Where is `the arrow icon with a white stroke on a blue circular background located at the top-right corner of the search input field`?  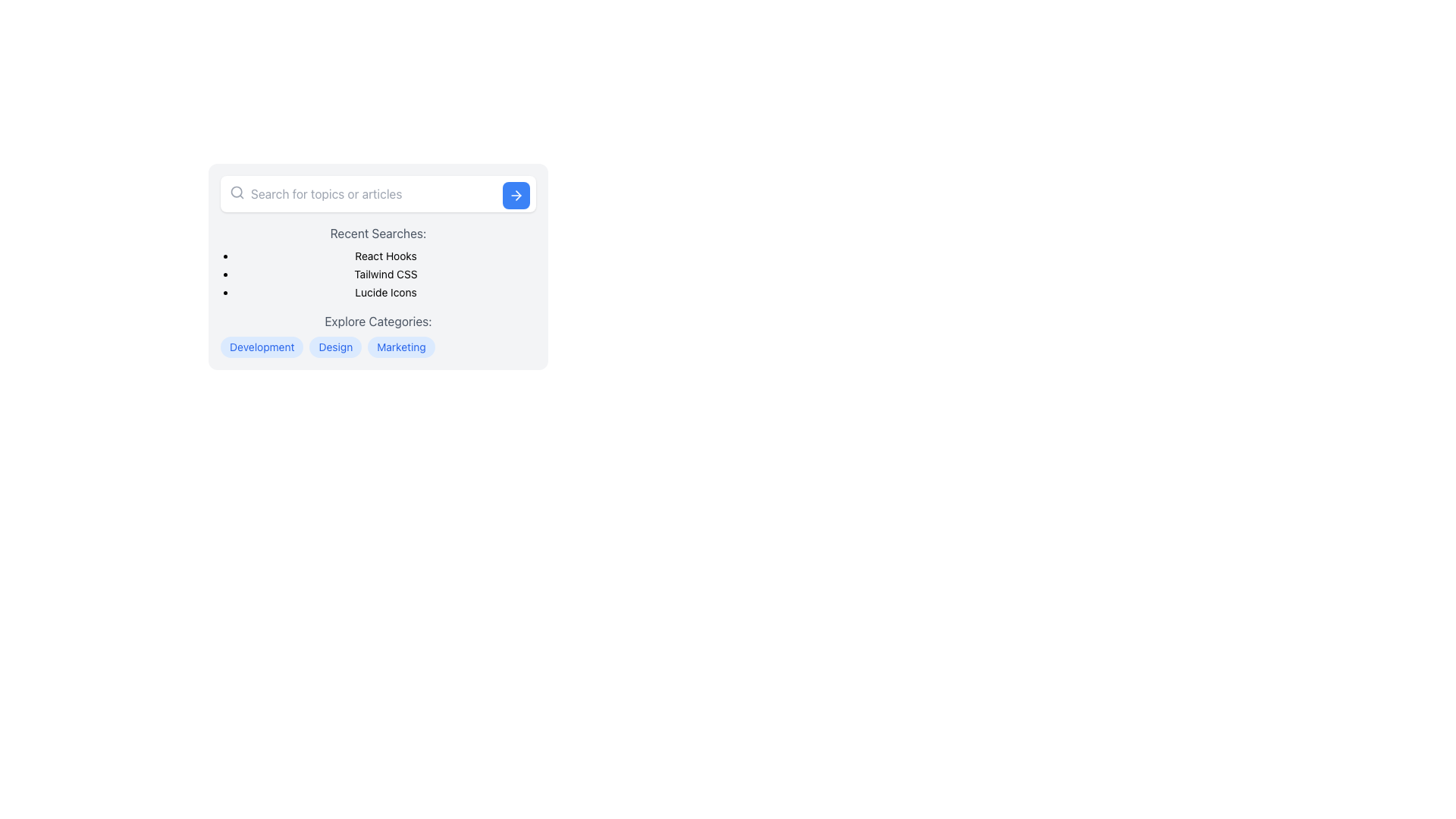 the arrow icon with a white stroke on a blue circular background located at the top-right corner of the search input field is located at coordinates (516, 195).